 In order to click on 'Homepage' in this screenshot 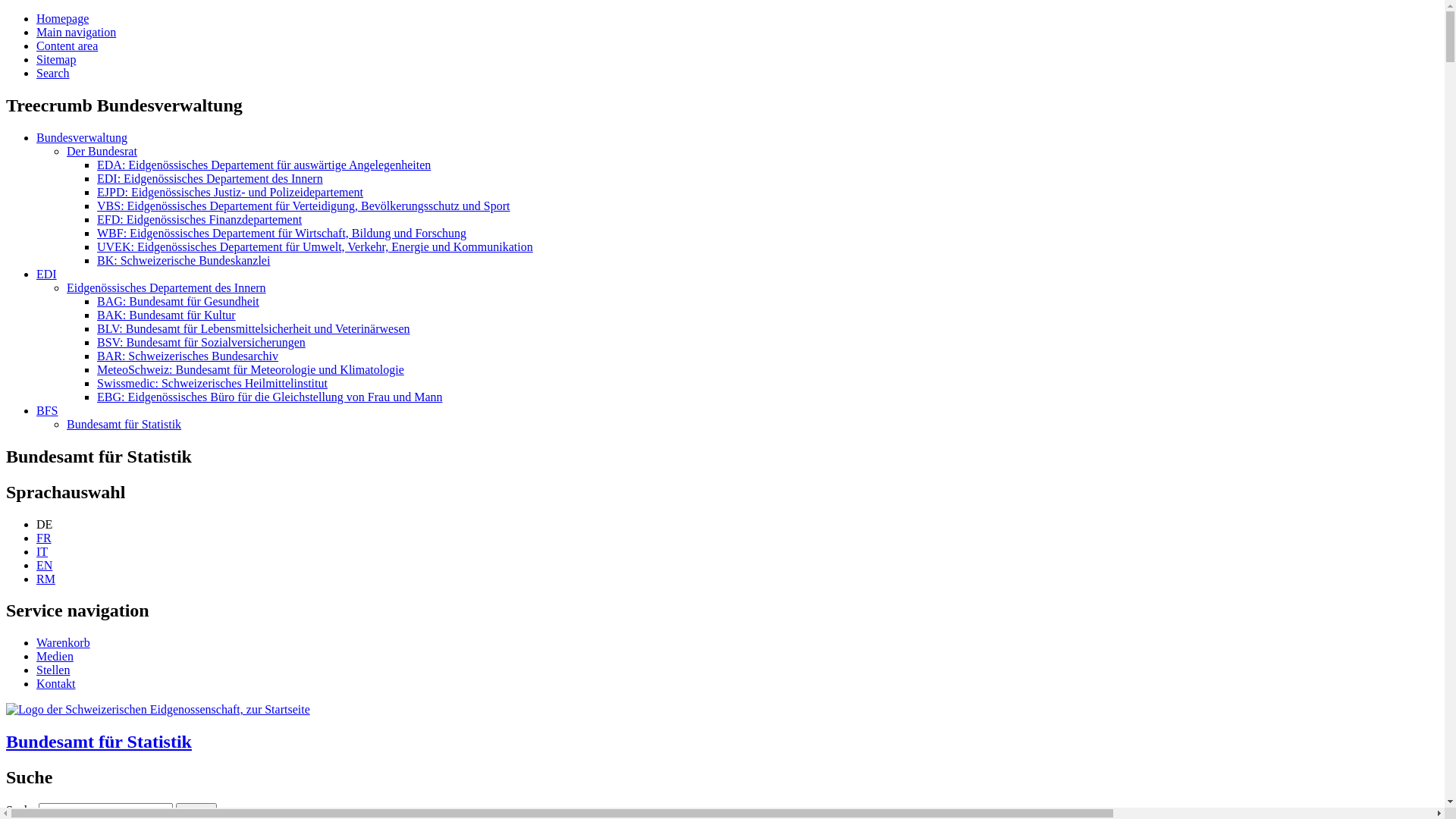, I will do `click(61, 18)`.